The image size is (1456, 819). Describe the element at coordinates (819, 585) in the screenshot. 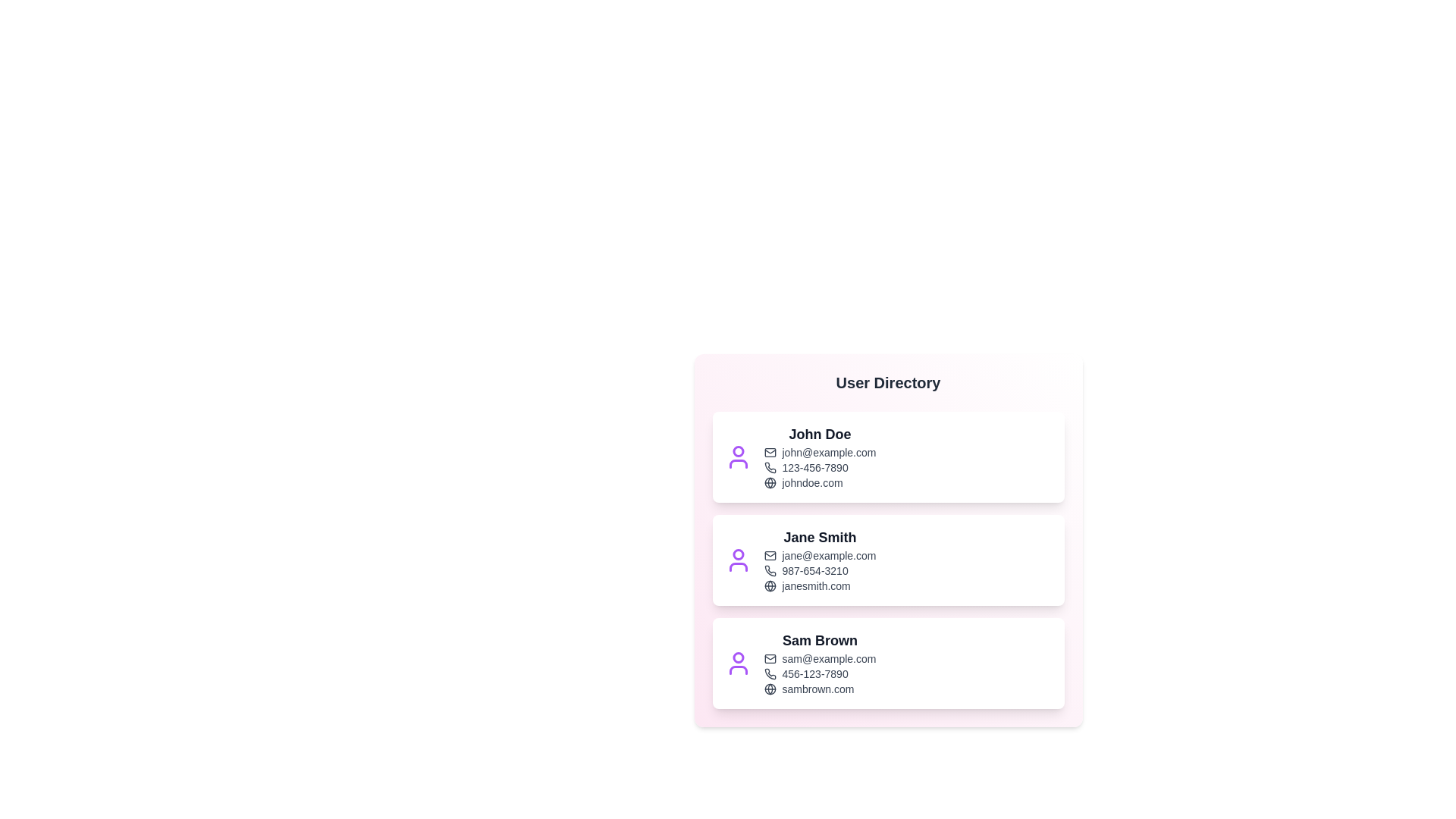

I see `the website link for Jane Smith` at that location.